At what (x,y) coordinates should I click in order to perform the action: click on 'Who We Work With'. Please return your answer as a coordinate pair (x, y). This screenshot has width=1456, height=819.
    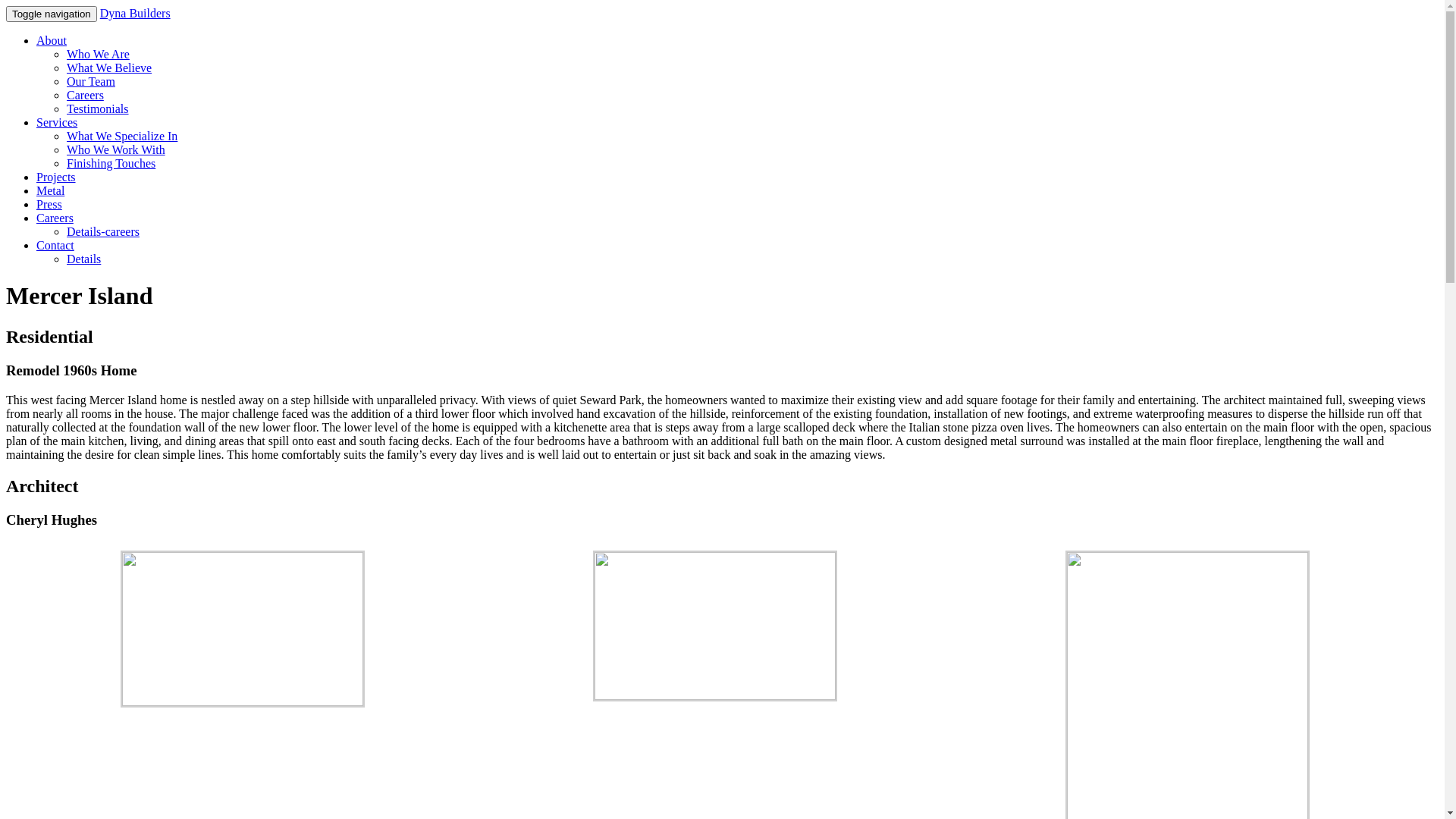
    Looking at the image, I should click on (115, 149).